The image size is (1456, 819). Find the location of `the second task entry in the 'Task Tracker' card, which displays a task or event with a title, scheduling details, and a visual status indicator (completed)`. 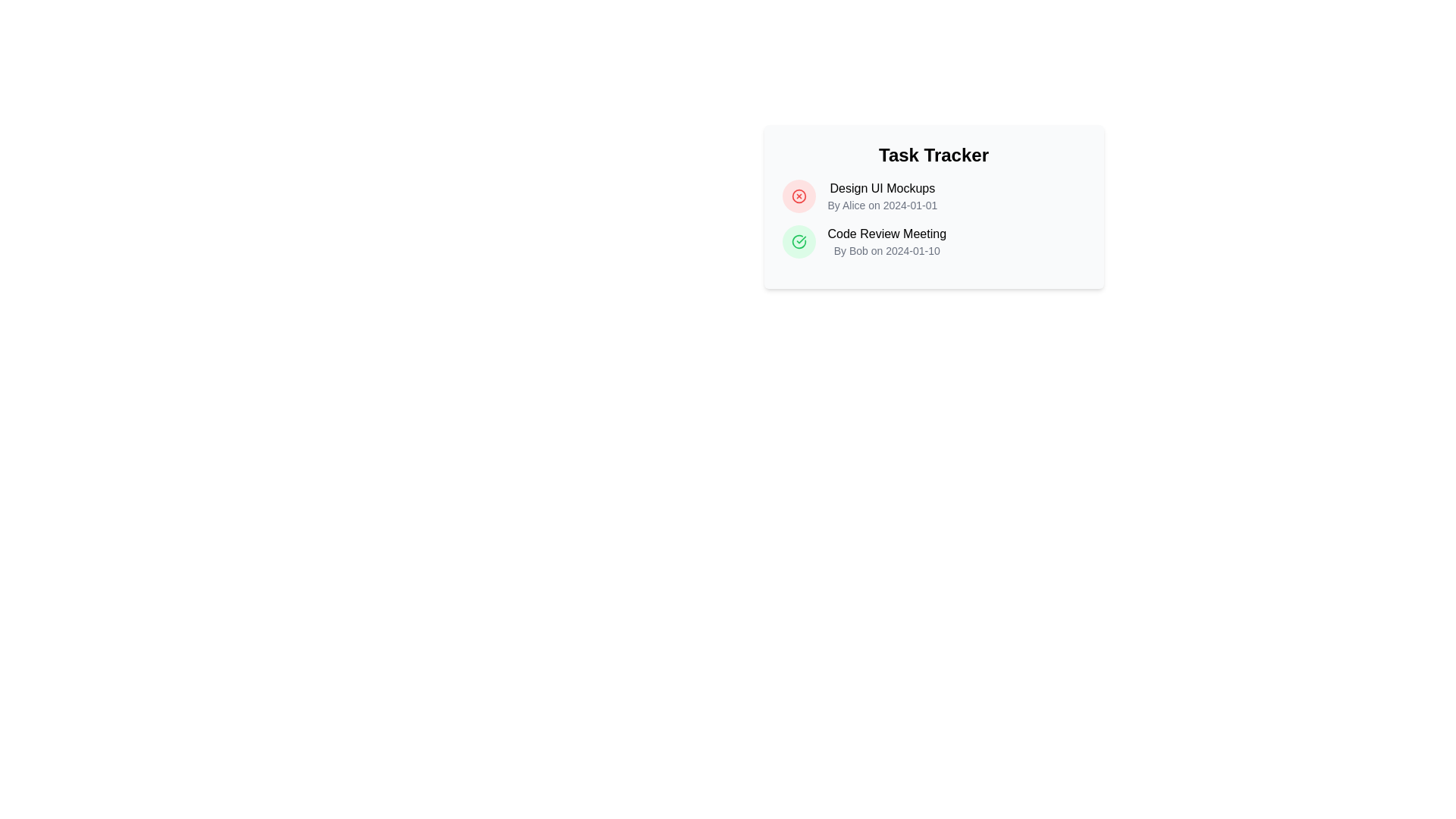

the second task entry in the 'Task Tracker' card, which displays a task or event with a title, scheduling details, and a visual status indicator (completed) is located at coordinates (933, 241).